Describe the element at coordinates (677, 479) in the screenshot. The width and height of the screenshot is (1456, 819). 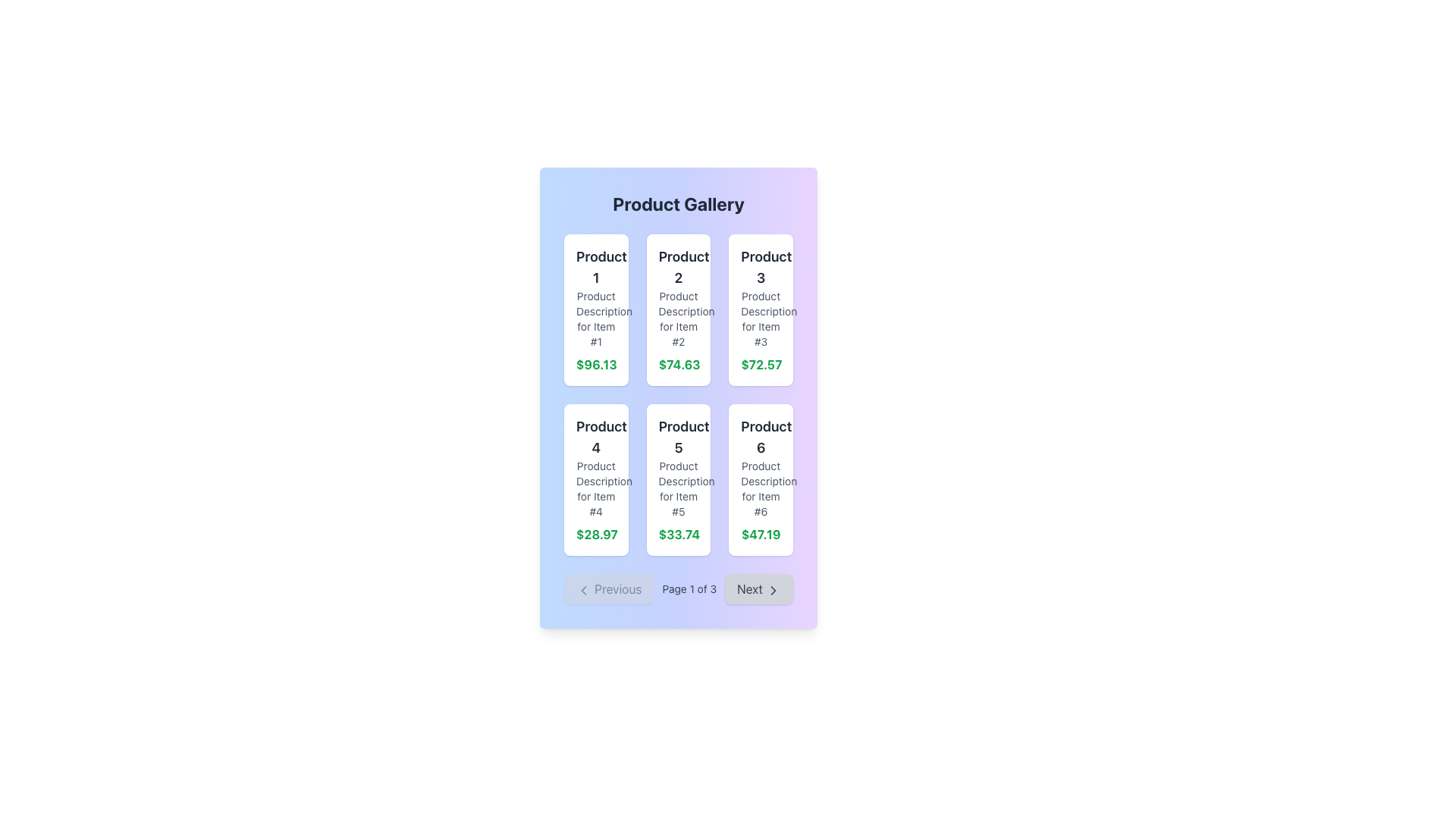
I see `the product display card located in the second row, second column of the 'Product Gallery', which showcases an individual product's name, description, and price` at that location.